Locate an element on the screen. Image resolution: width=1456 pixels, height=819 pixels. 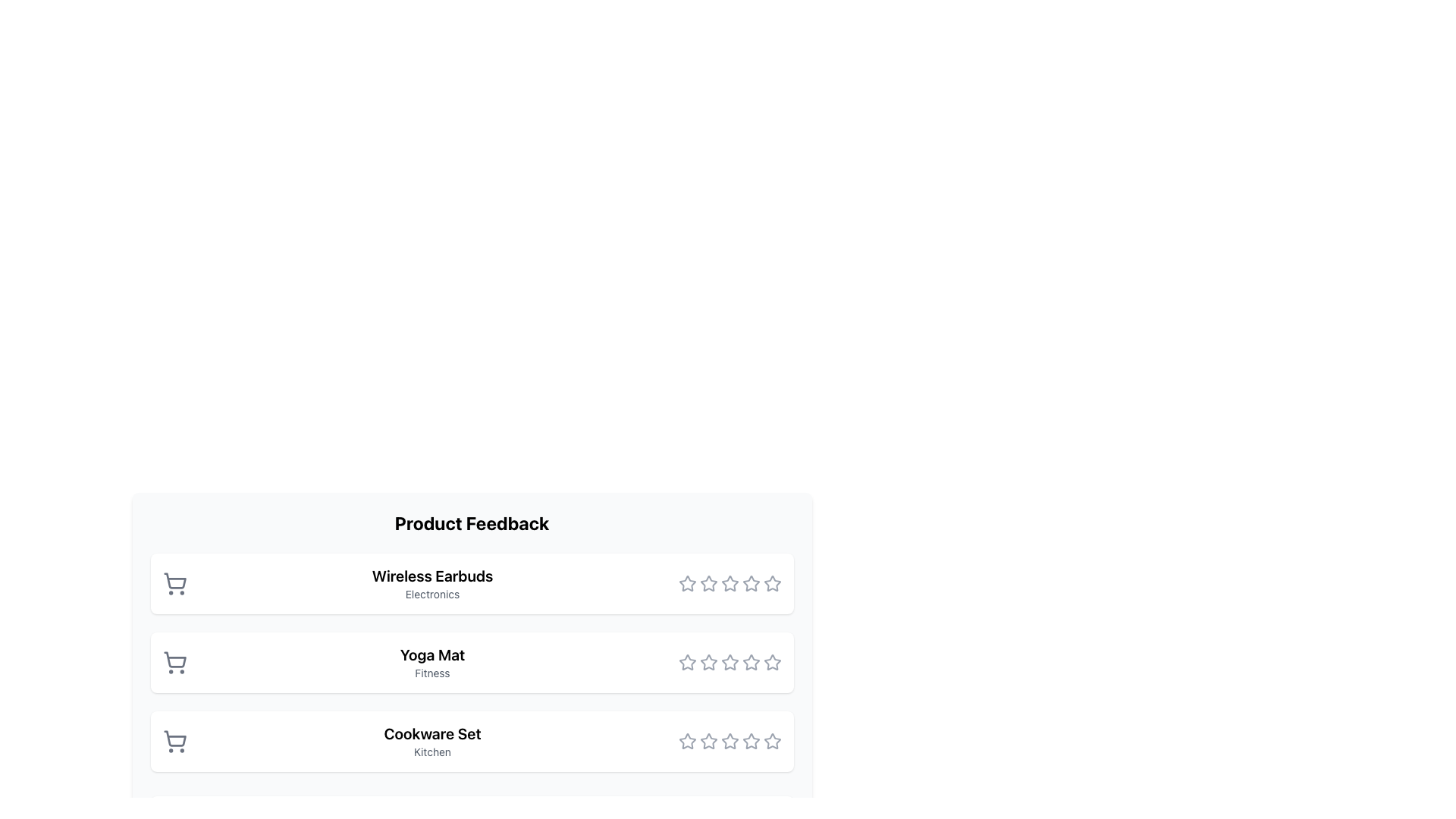
text label displaying 'Yoga Mat' title and 'Fitness' subtitle, which is the second entry in a structured item list is located at coordinates (431, 662).